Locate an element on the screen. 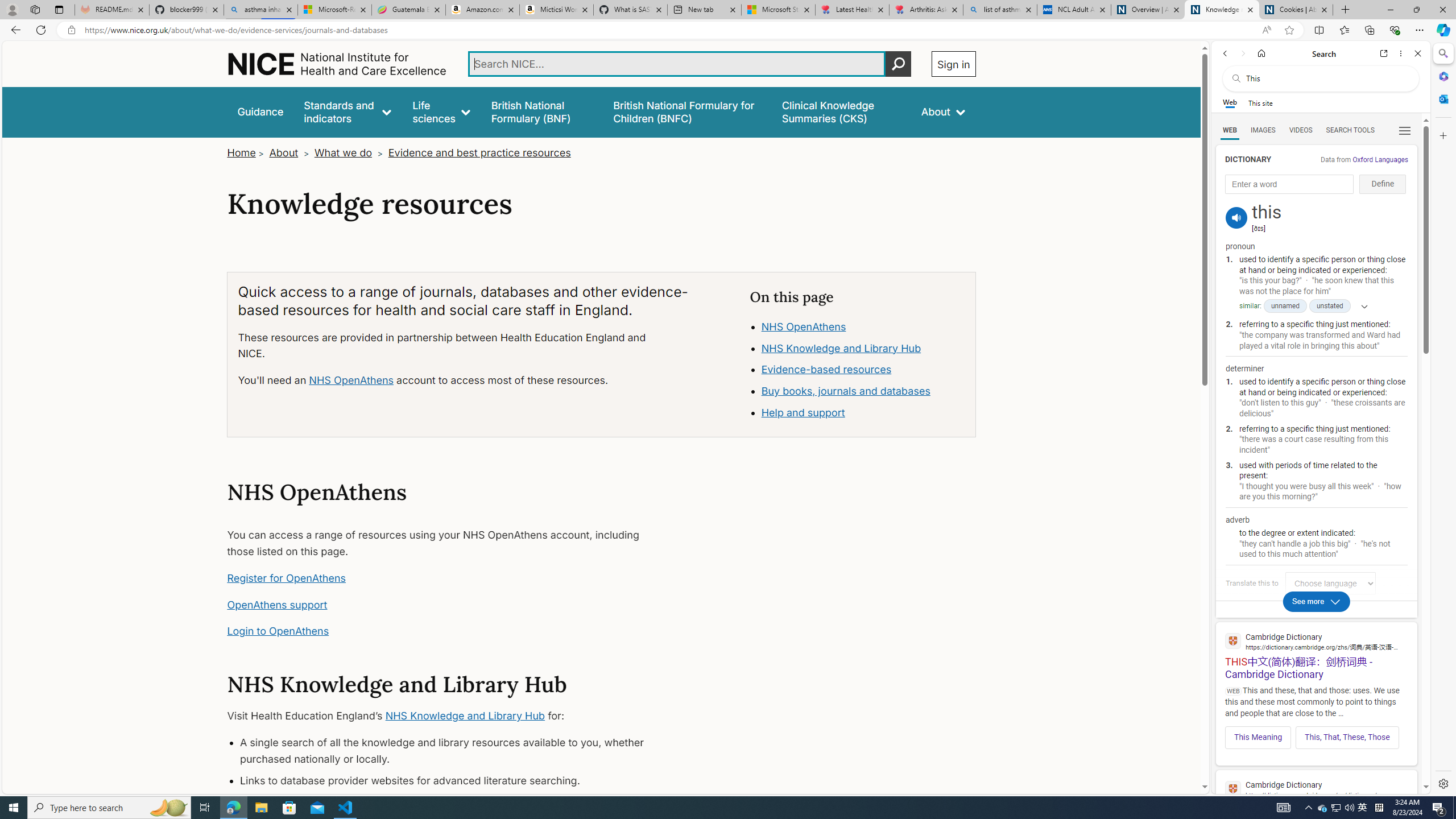 The height and width of the screenshot is (819, 1456). 'This, That, These, Those' is located at coordinates (1347, 737).